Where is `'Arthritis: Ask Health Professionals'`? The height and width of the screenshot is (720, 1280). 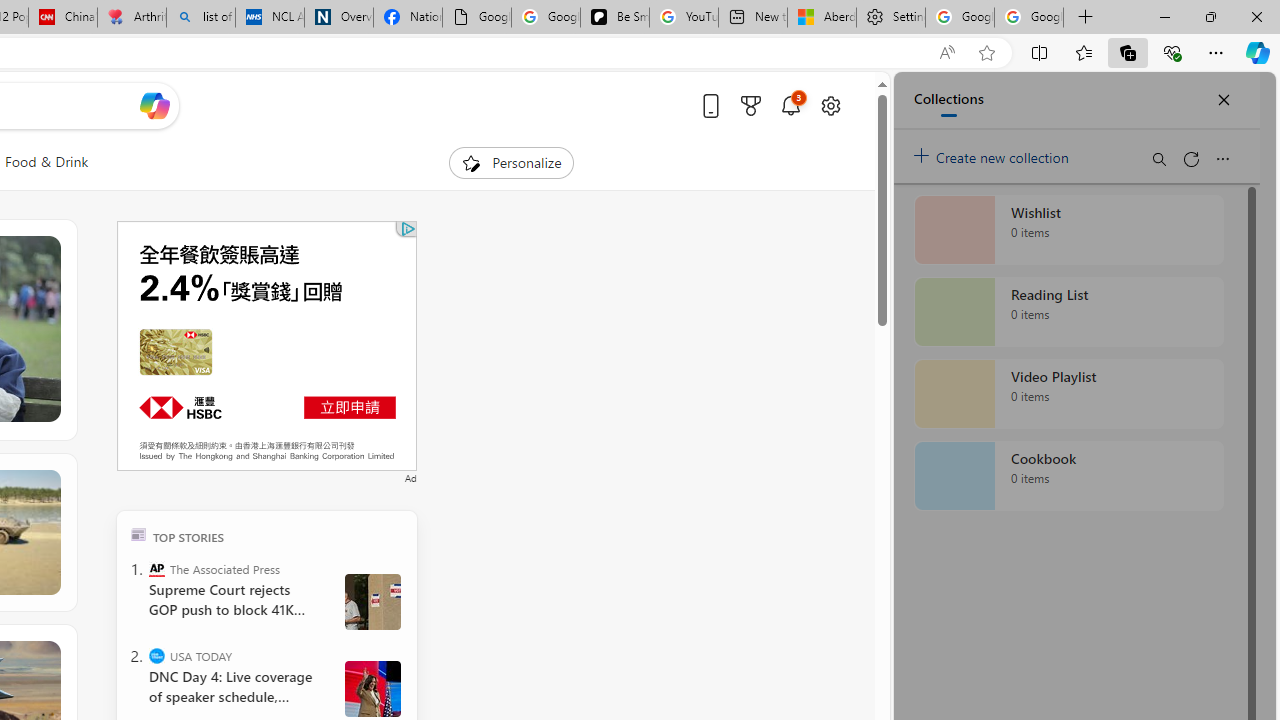 'Arthritis: Ask Health Professionals' is located at coordinates (131, 17).